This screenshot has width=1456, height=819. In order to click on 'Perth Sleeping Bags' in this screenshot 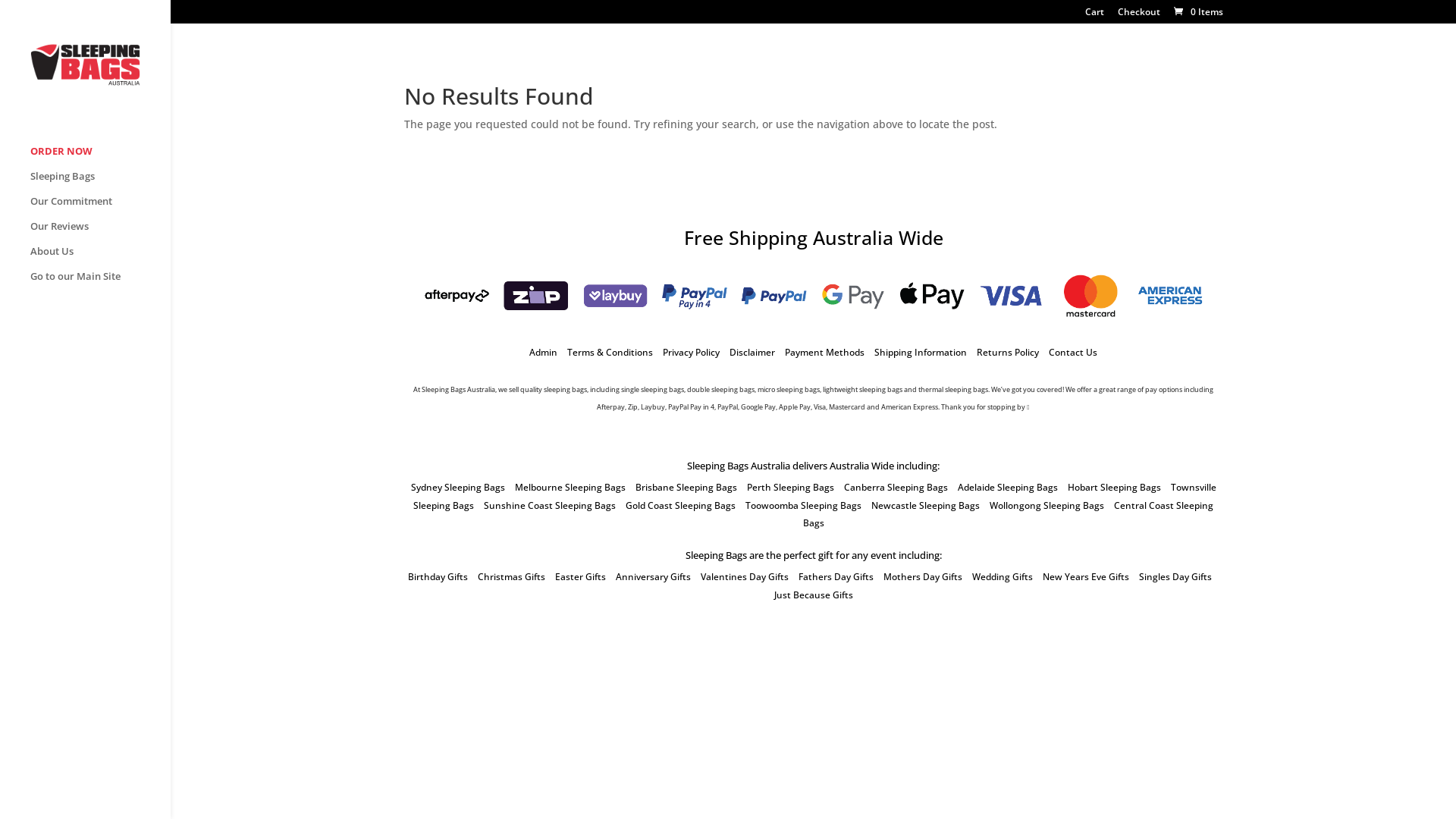, I will do `click(745, 487)`.